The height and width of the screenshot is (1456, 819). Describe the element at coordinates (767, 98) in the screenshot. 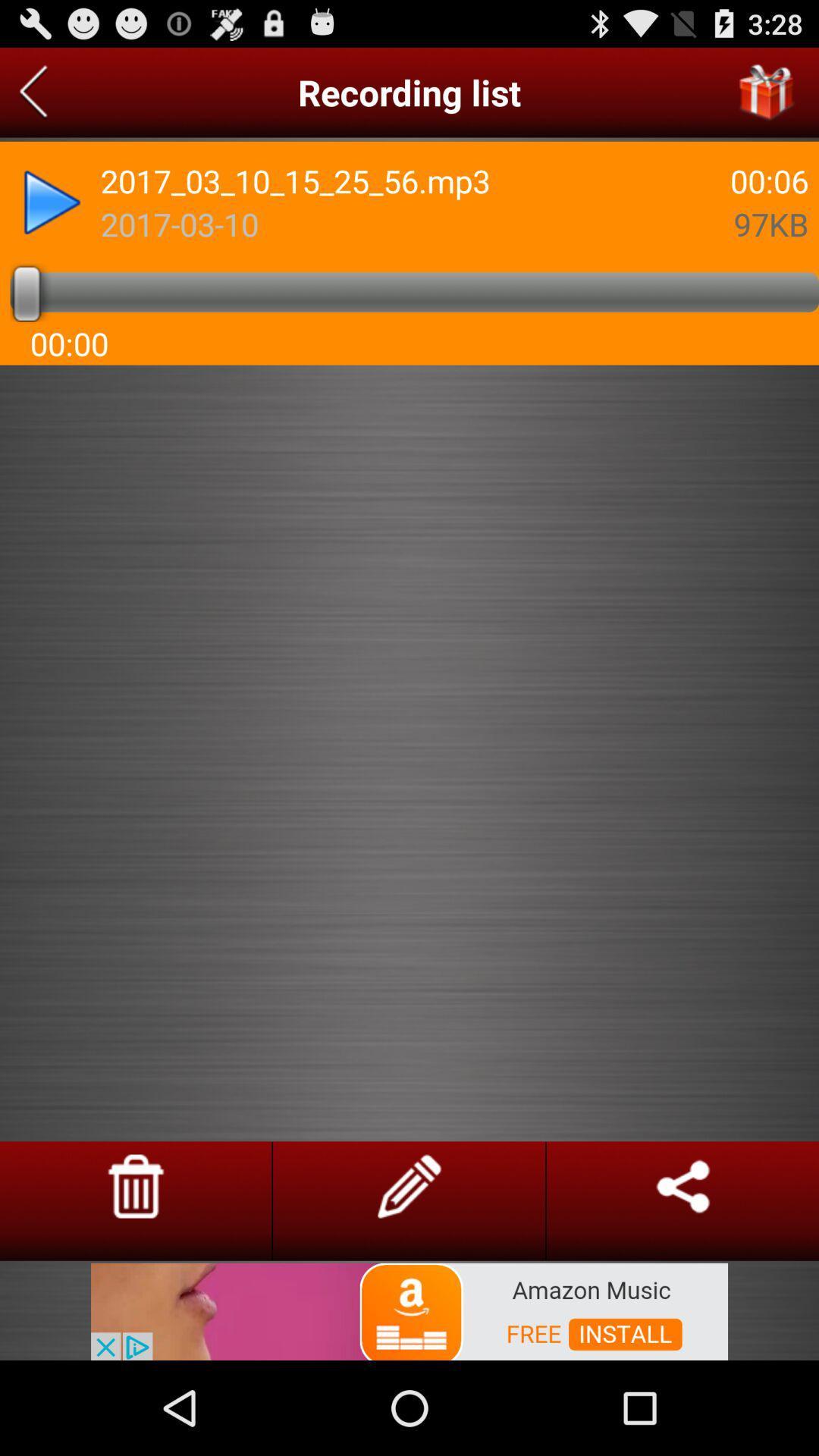

I see `the gift icon` at that location.